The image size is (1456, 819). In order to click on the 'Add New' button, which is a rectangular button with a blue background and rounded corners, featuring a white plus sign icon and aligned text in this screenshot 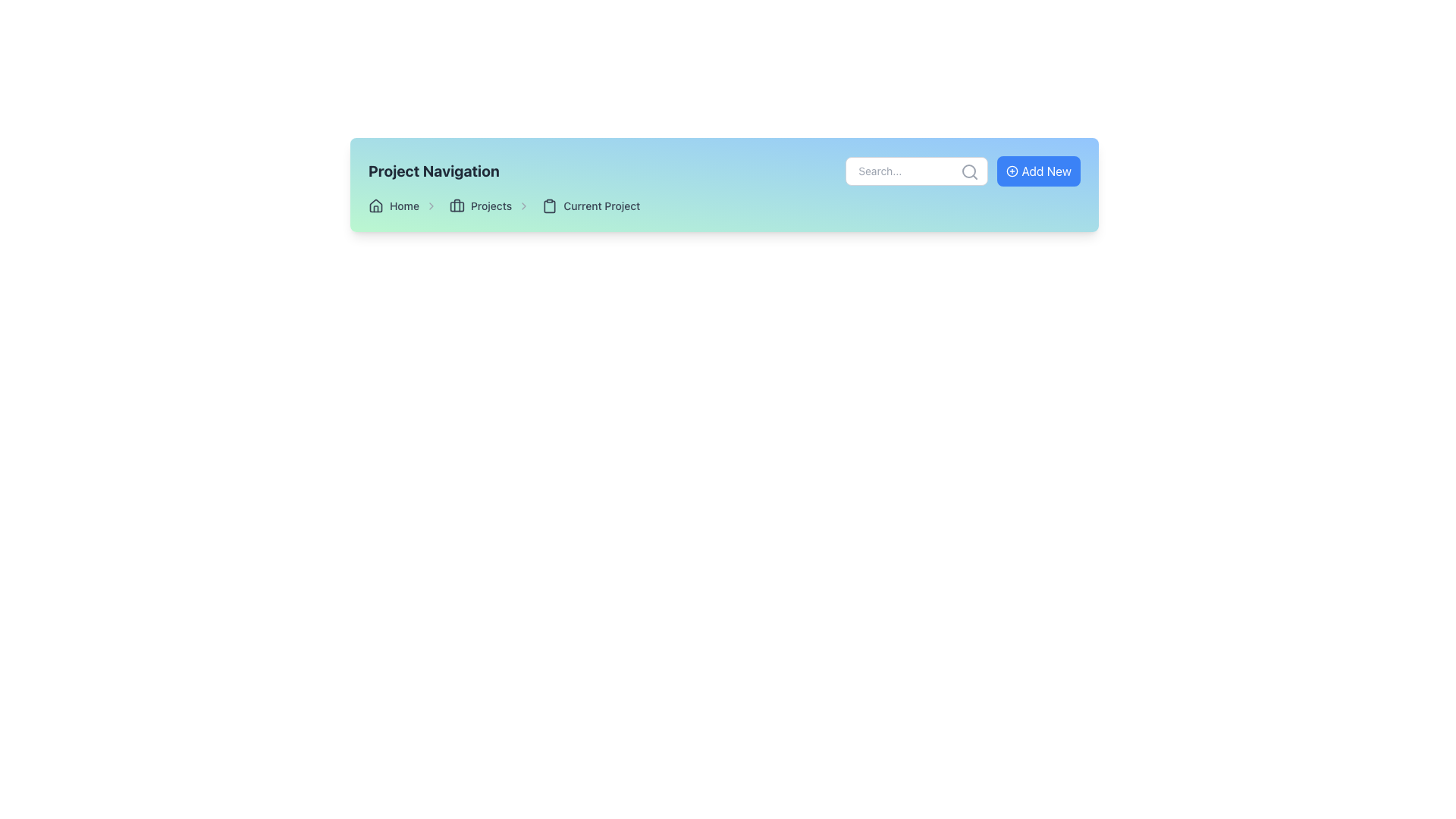, I will do `click(1038, 171)`.